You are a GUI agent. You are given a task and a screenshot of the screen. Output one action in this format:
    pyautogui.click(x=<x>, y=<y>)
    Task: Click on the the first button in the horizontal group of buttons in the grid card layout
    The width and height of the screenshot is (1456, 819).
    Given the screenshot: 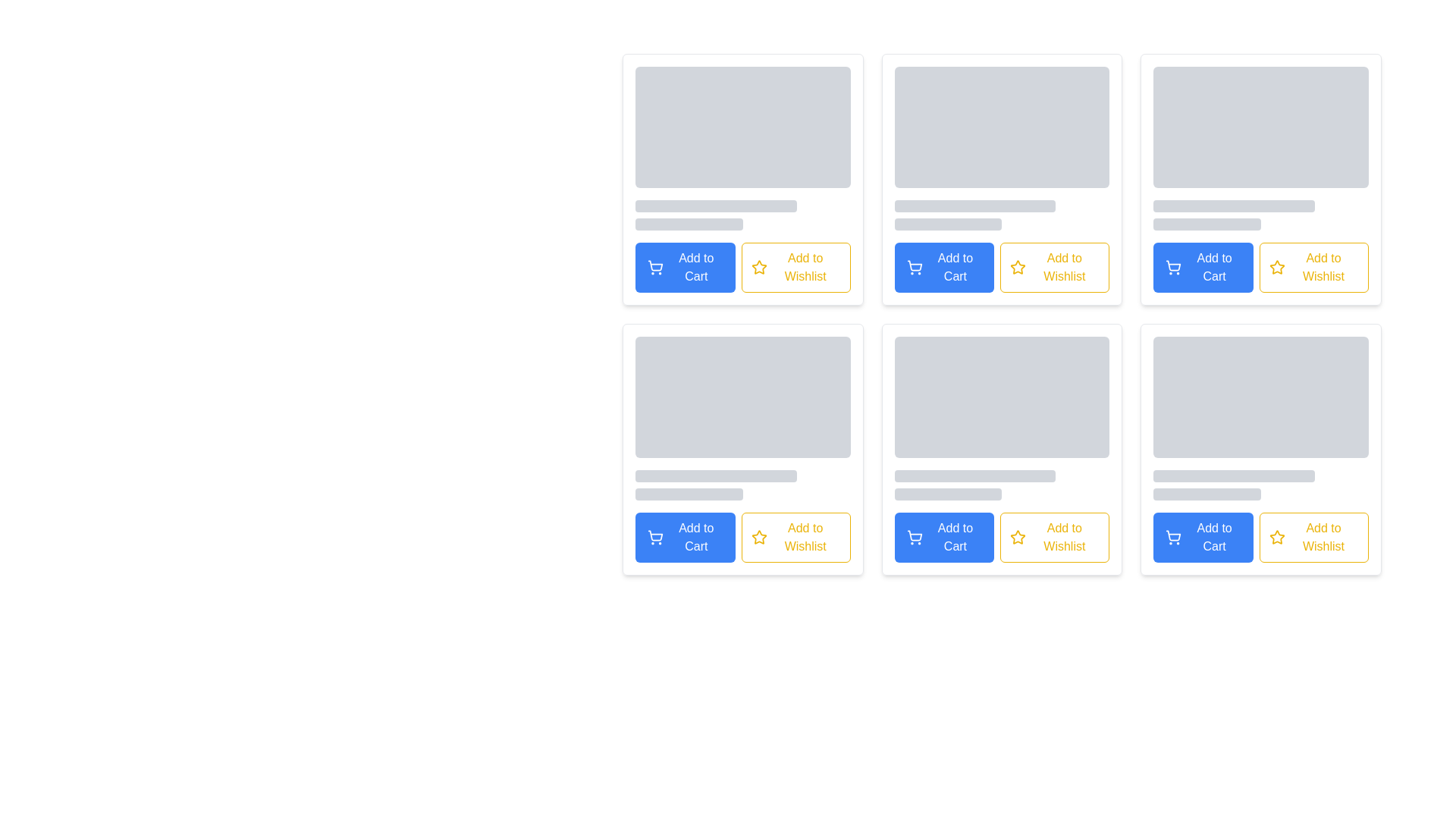 What is the action you would take?
    pyautogui.click(x=1203, y=267)
    